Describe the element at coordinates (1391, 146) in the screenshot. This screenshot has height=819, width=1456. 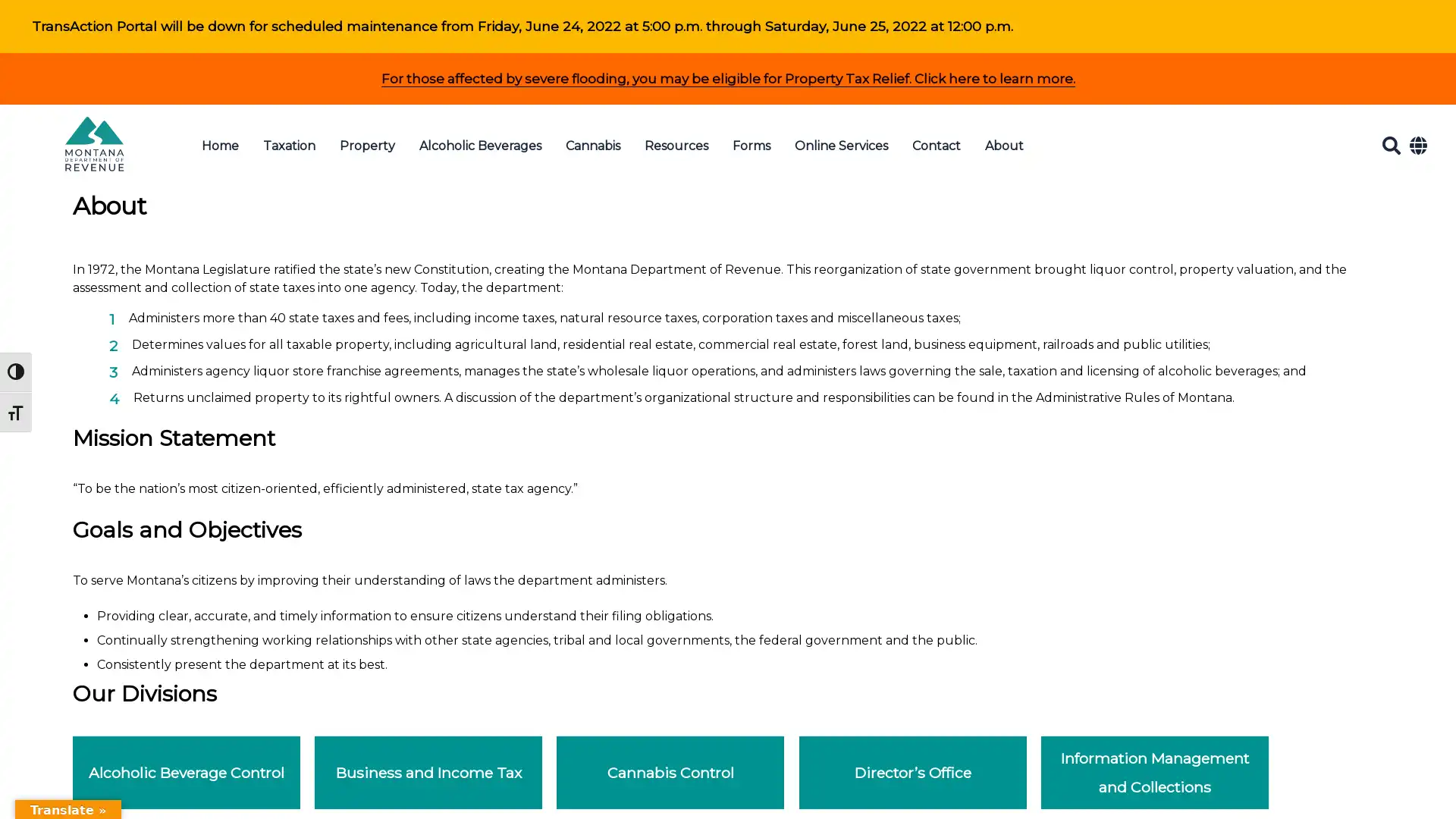
I see `Search` at that location.